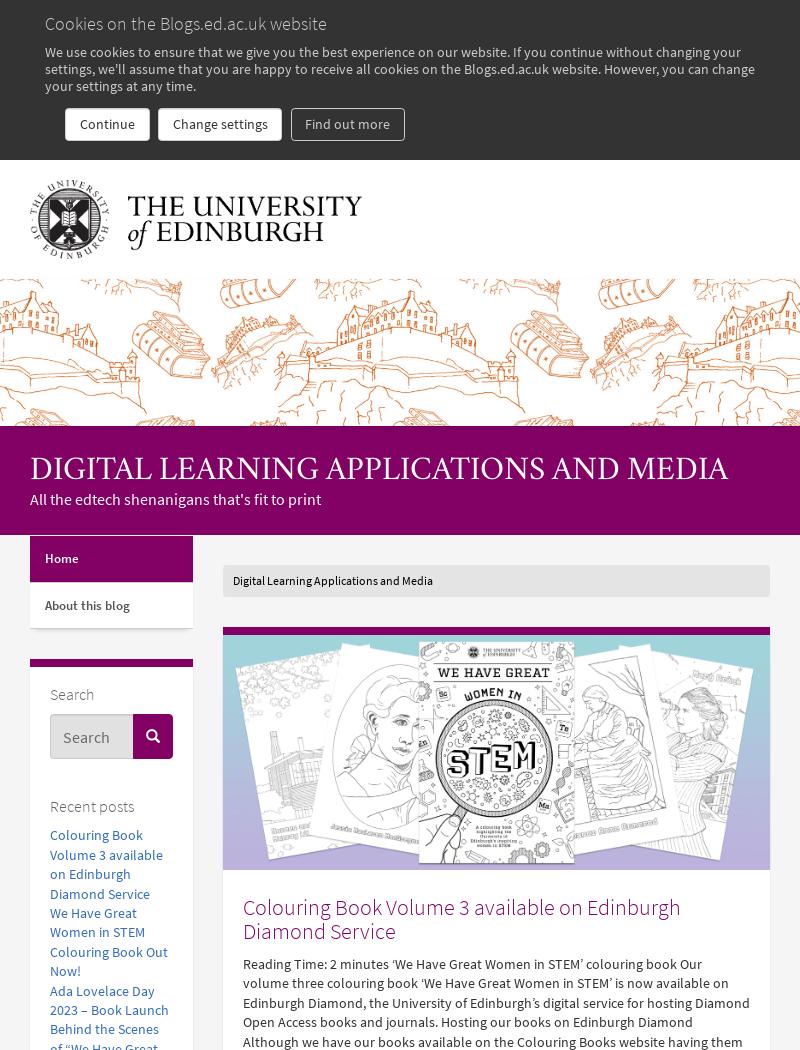 This screenshot has height=1050, width=800. Describe the element at coordinates (108, 1000) in the screenshot. I see `'Ada Lovelace Day 2023 – Book Launch'` at that location.